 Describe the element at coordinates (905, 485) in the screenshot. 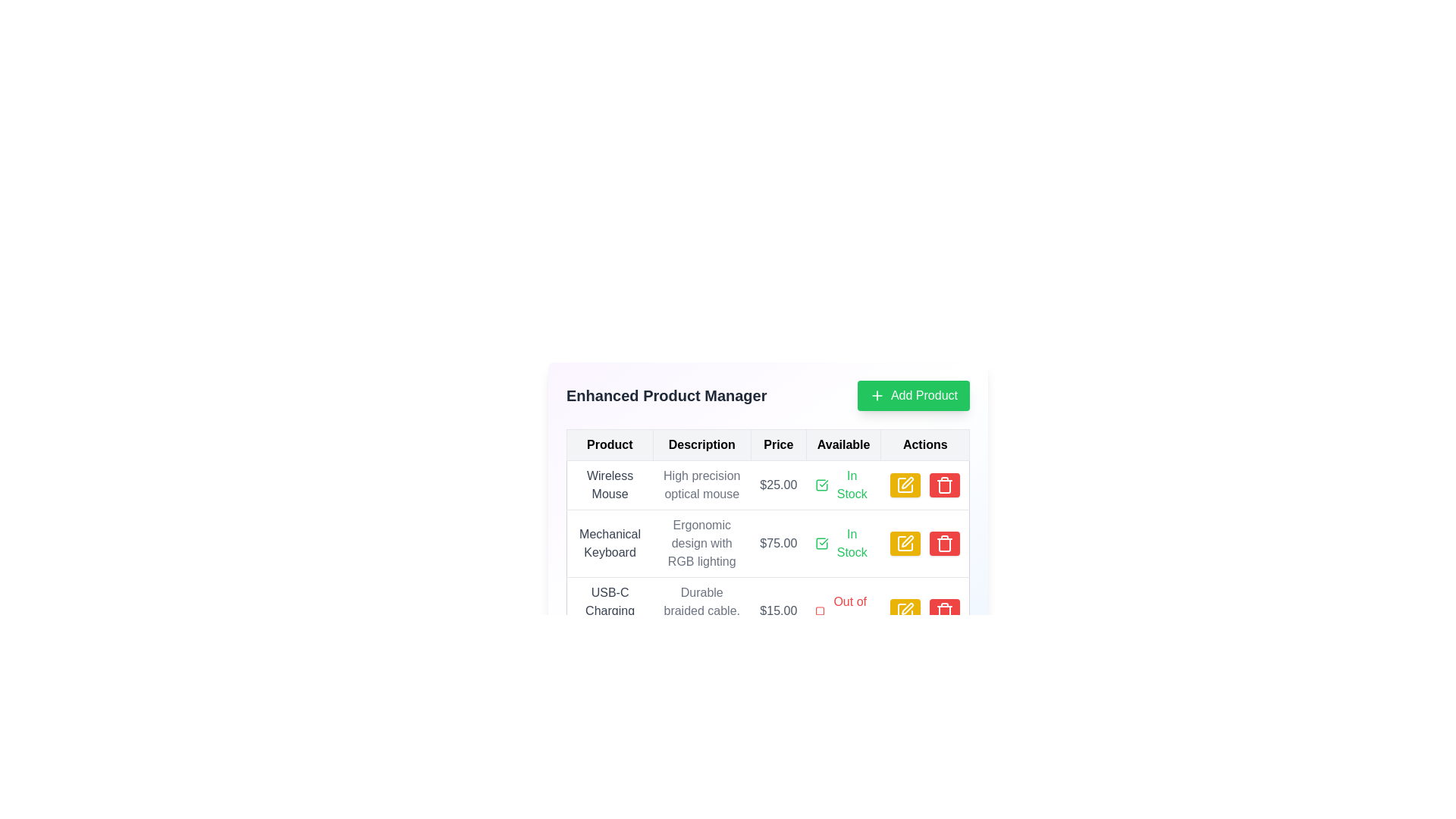

I see `the yellow button with white text and a pencil icon in the 'Actions' column of the first row` at that location.